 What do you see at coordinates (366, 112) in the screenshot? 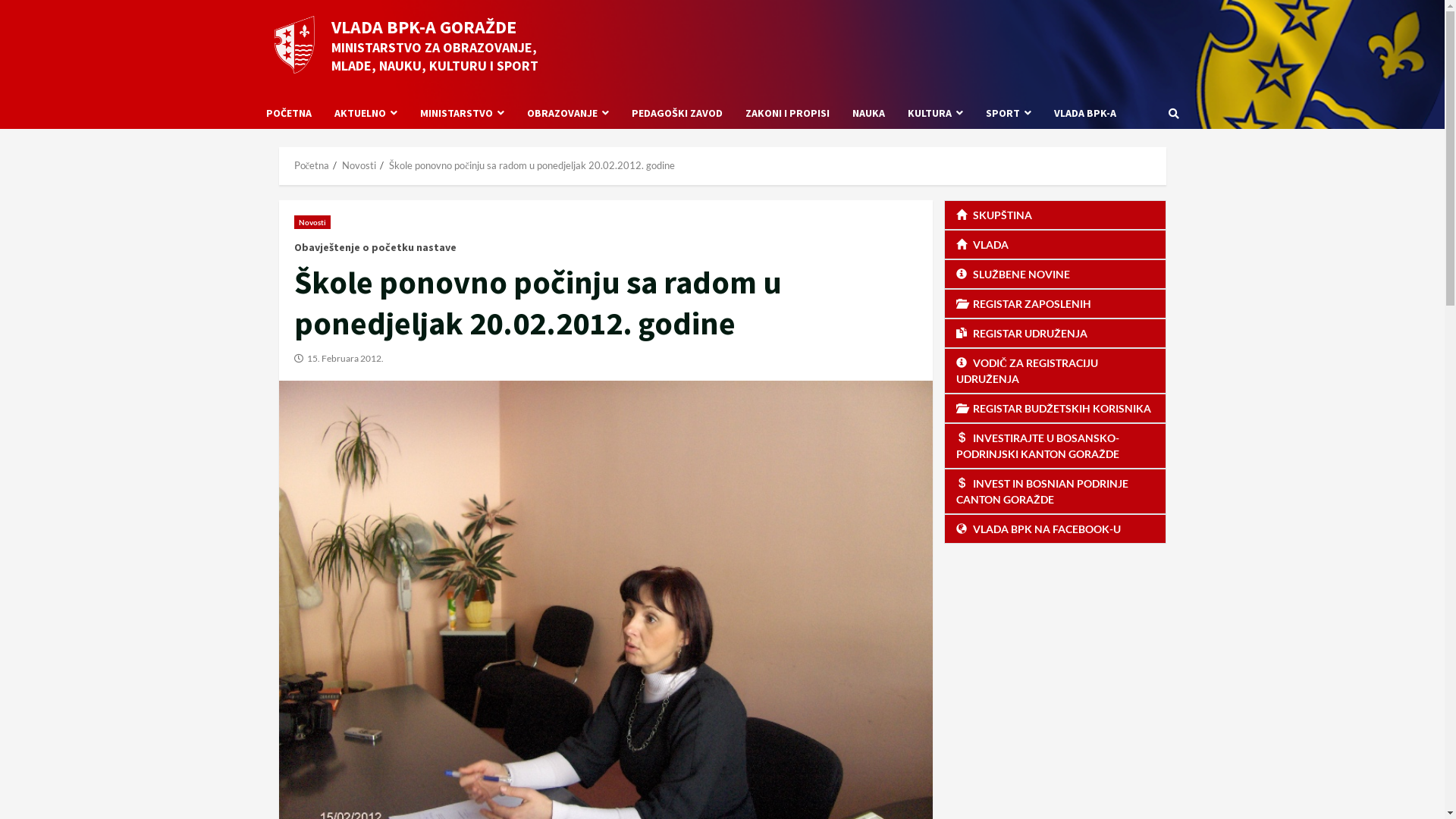
I see `'AKTUELNO'` at bounding box center [366, 112].